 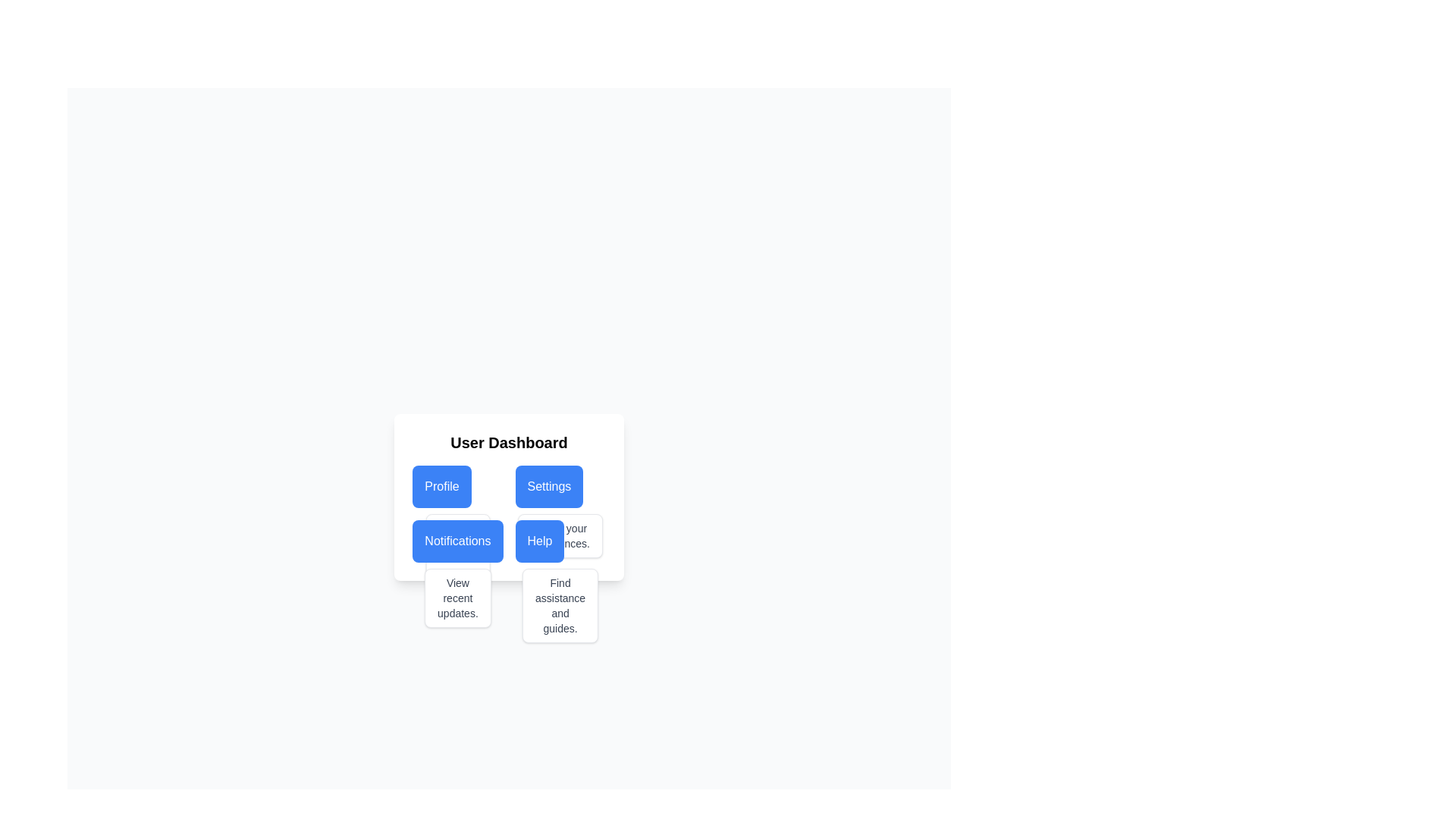 I want to click on the blue rectangular 'Help' button with rounded edges, so click(x=560, y=540).